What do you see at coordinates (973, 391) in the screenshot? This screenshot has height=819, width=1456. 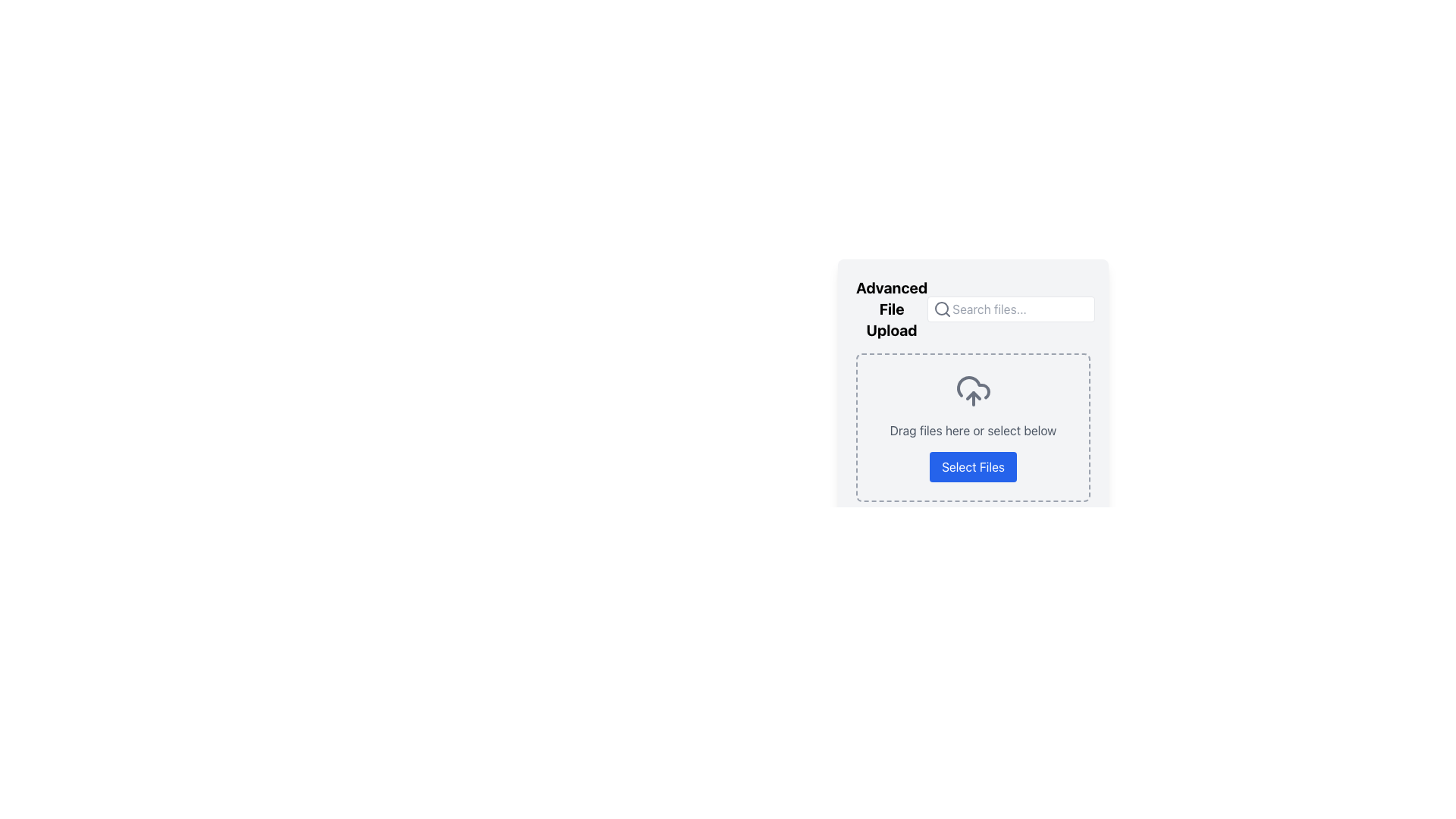 I see `the cloud icon with an upward arrow, which is styled in gray and located inside the dashed border box labeled 'Drag files here or select below'` at bounding box center [973, 391].